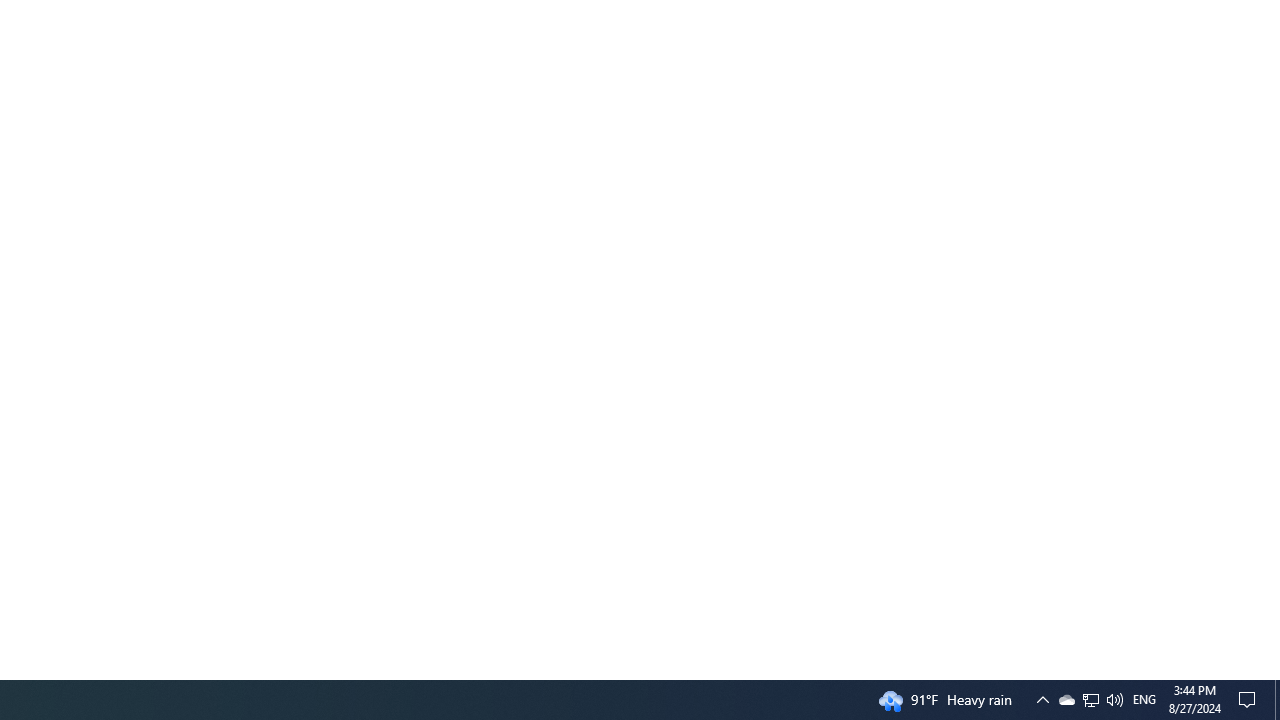 Image resolution: width=1280 pixels, height=720 pixels. What do you see at coordinates (1089, 698) in the screenshot?
I see `'Notification Chevron'` at bounding box center [1089, 698].